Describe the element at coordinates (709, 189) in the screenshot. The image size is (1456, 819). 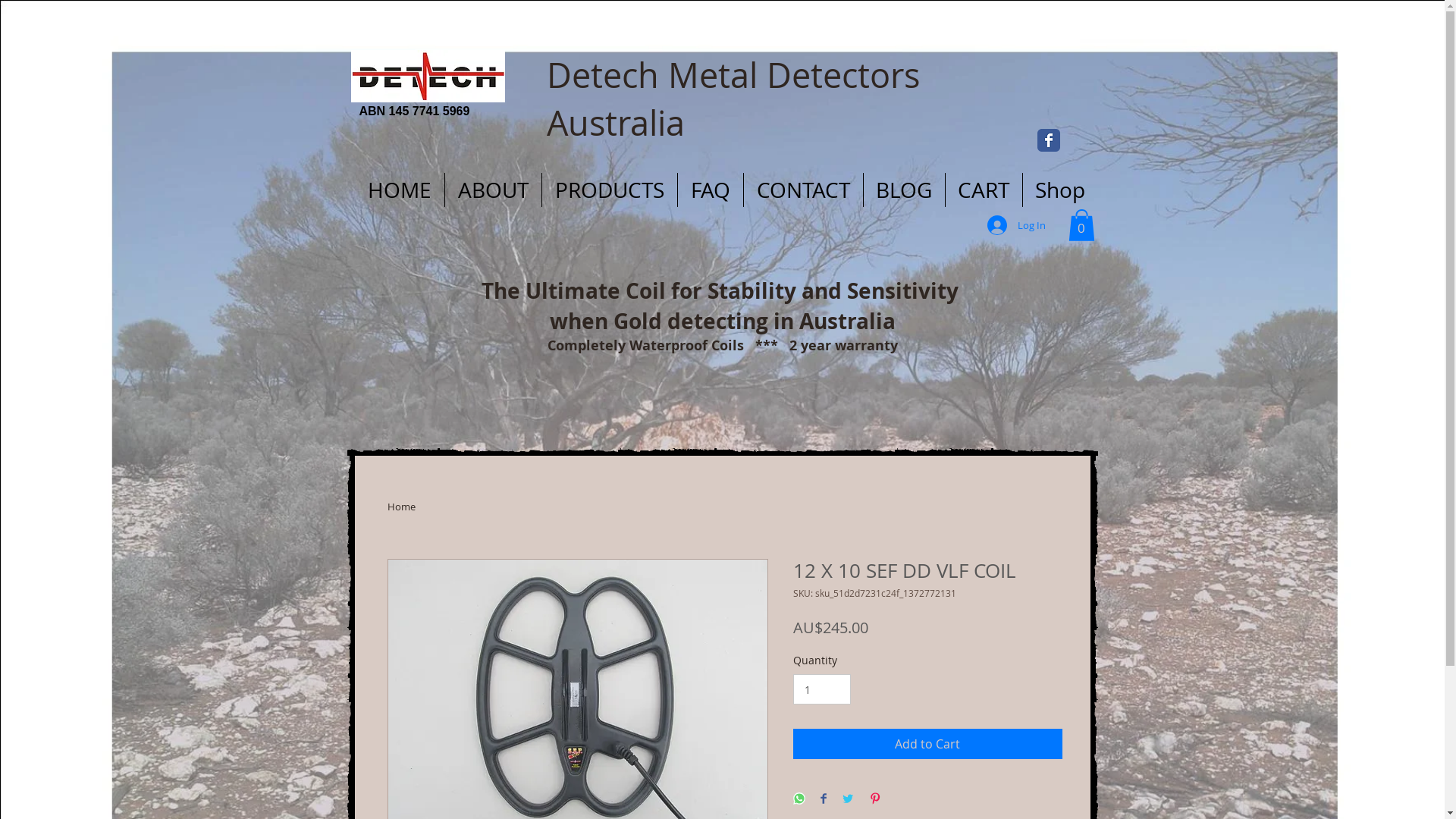
I see `'FAQ'` at that location.